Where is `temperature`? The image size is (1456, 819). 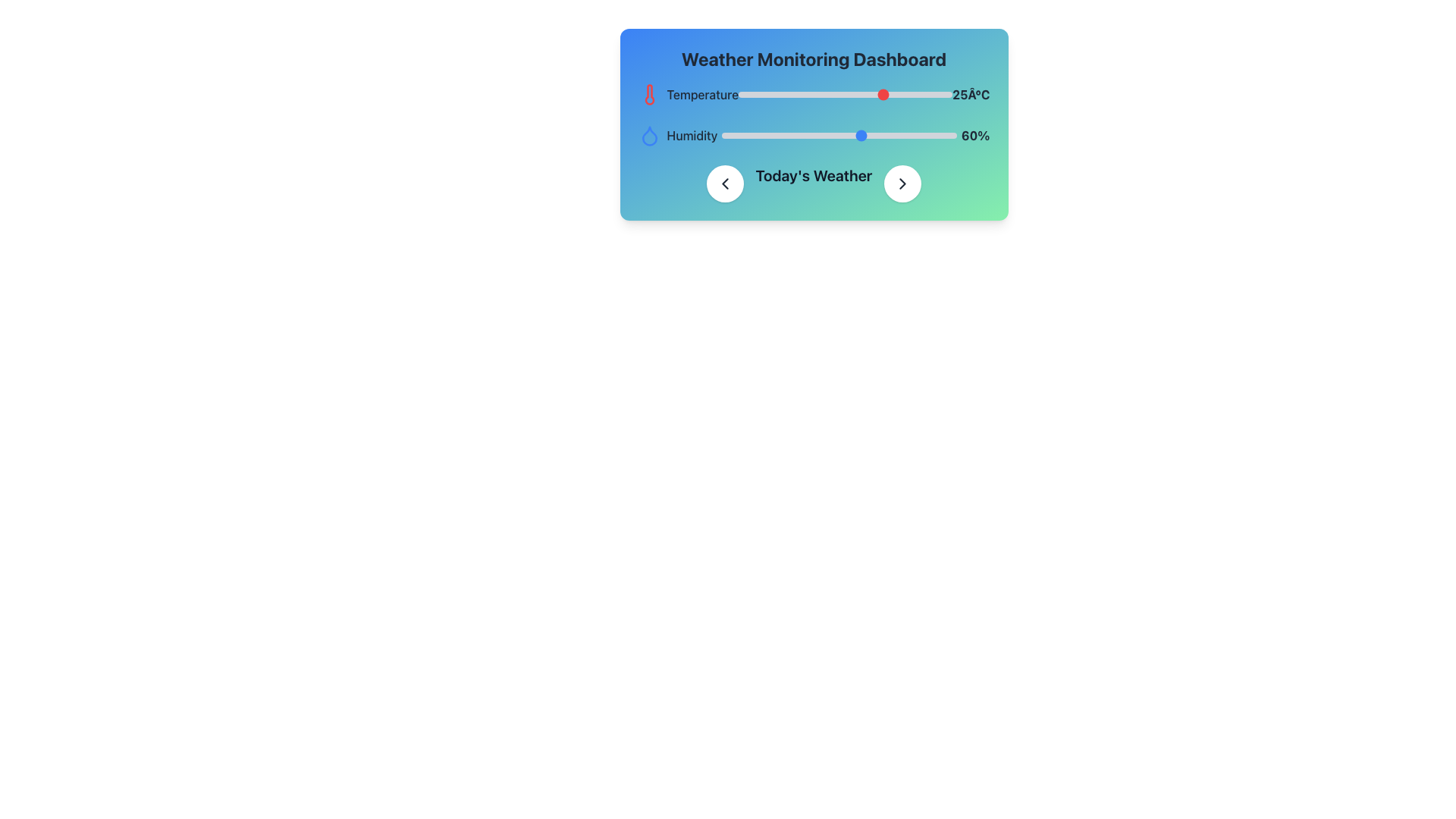 temperature is located at coordinates (896, 94).